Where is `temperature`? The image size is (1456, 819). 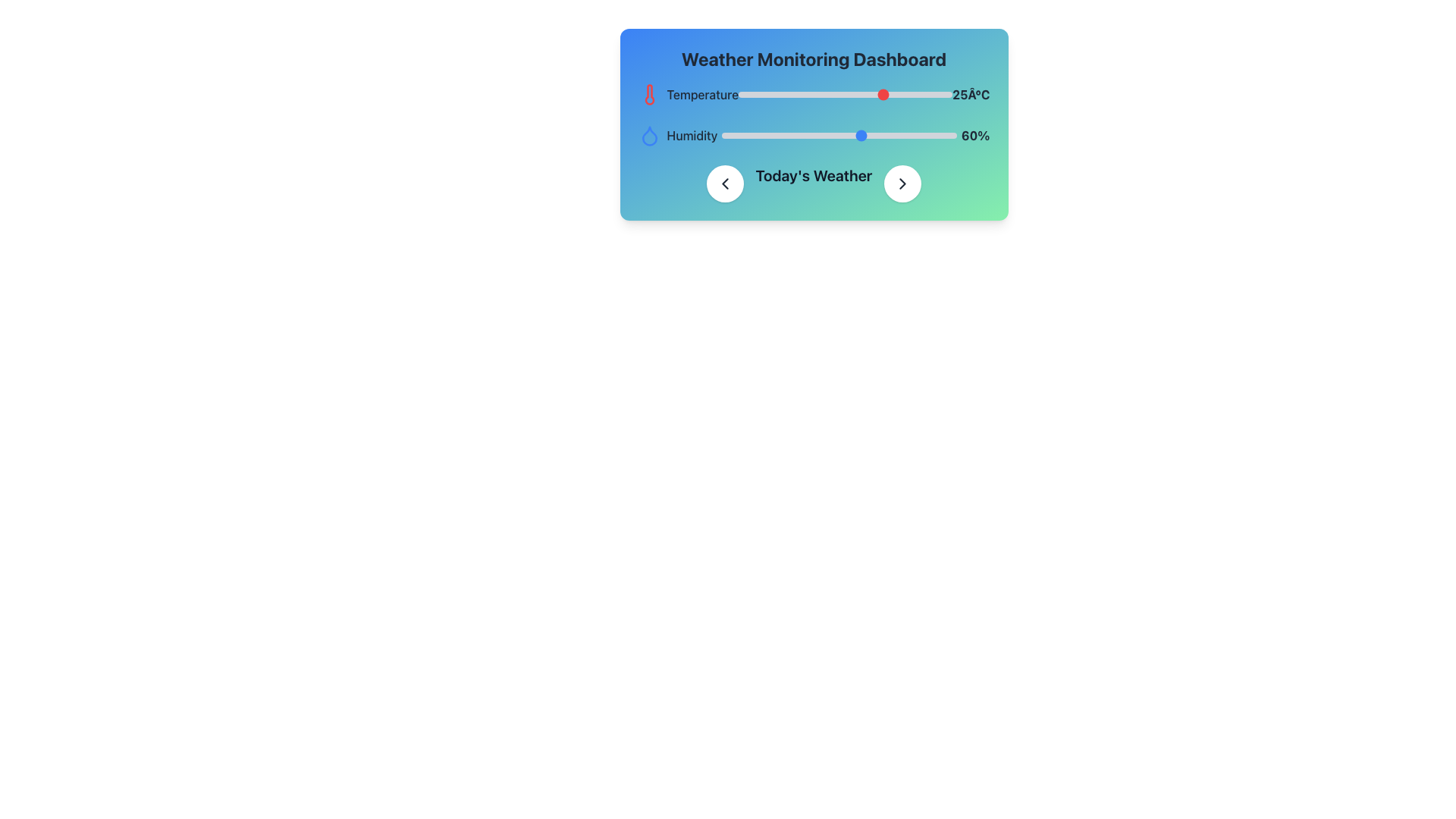 temperature is located at coordinates (896, 94).